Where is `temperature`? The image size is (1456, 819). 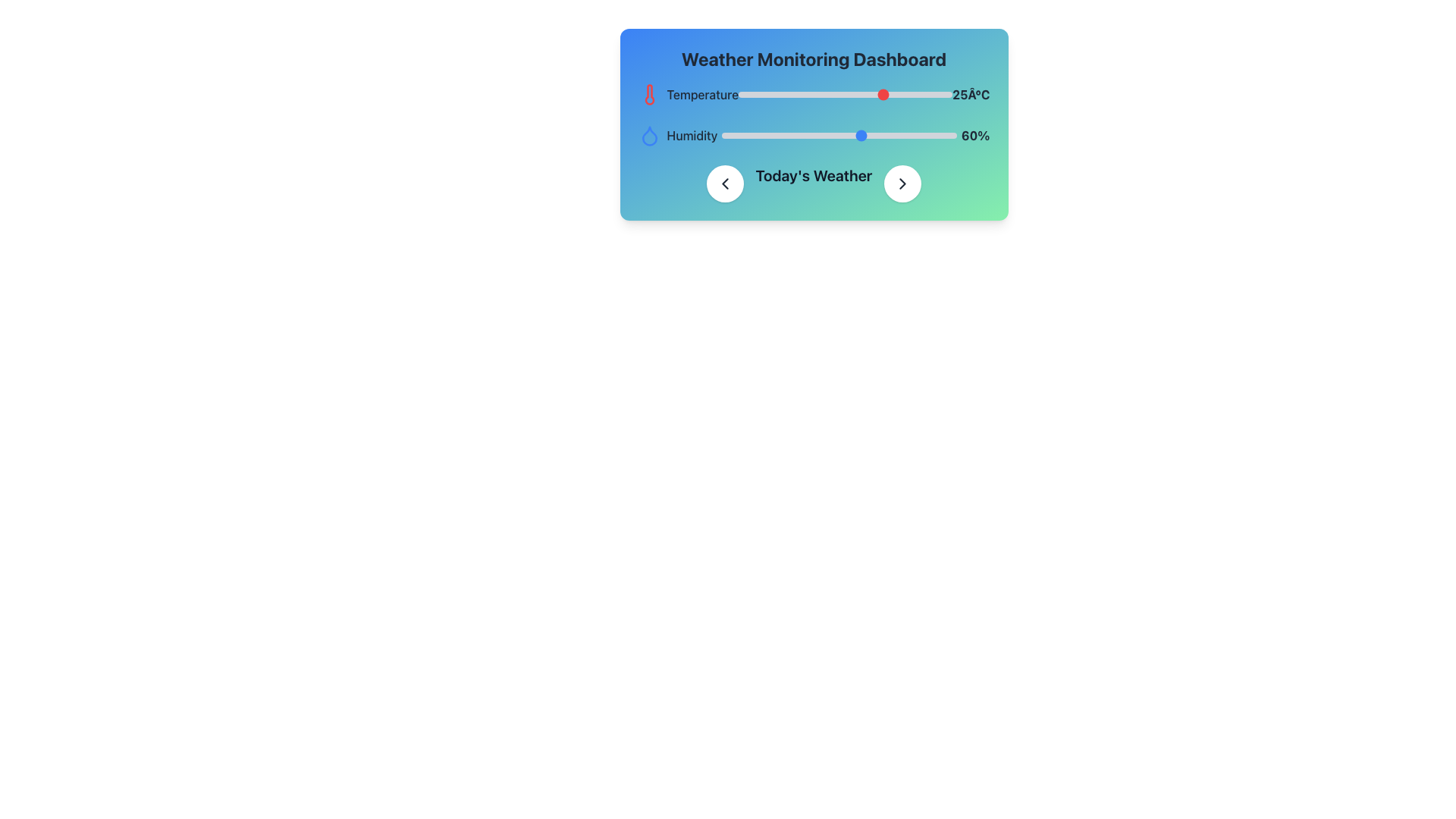 temperature is located at coordinates (896, 94).